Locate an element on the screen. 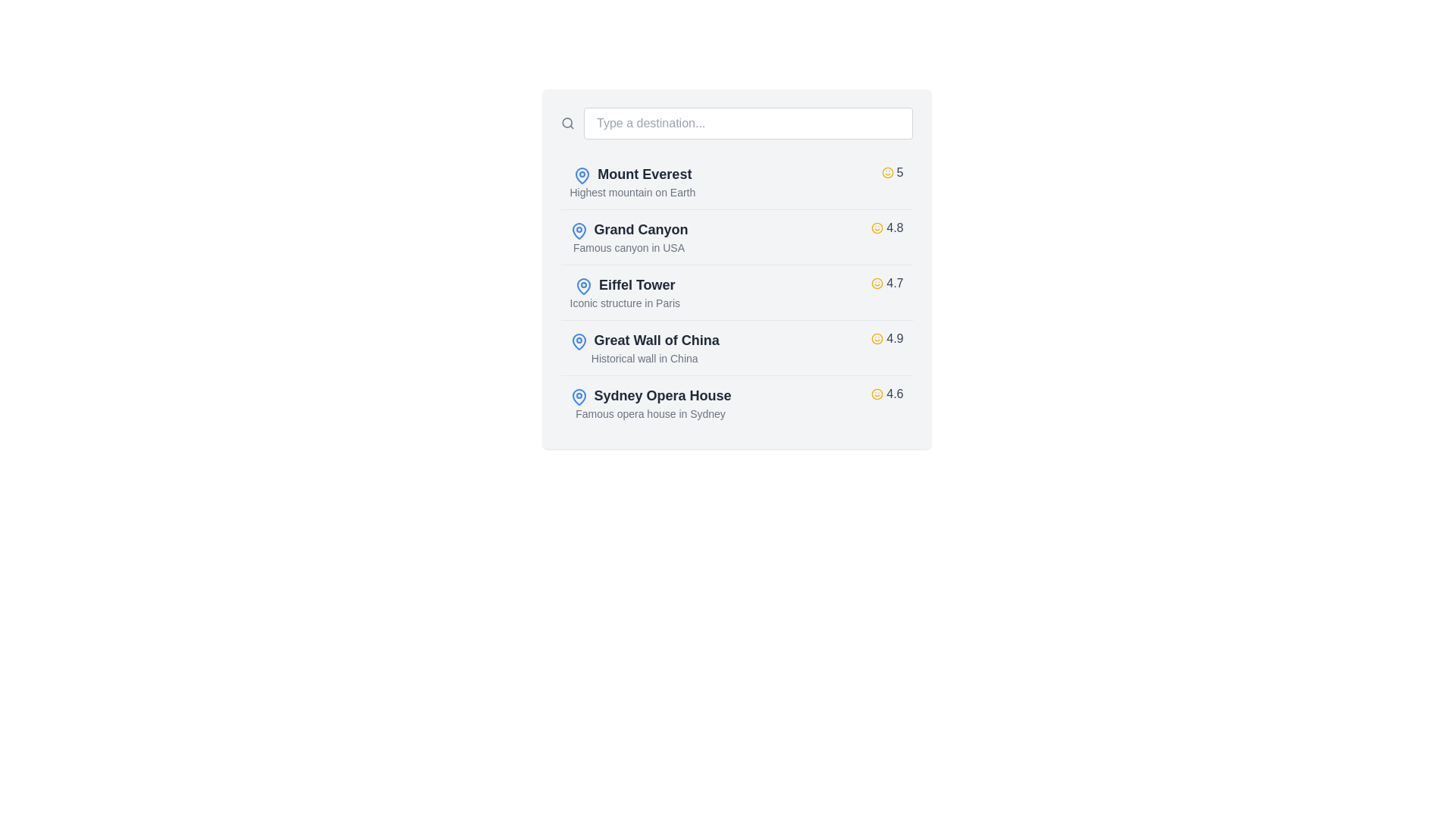 The width and height of the screenshot is (1456, 819). numeric rating value displayed in the Rating Indicator located to the right of 'Grand Canyon' in the second row of the list is located at coordinates (887, 227).